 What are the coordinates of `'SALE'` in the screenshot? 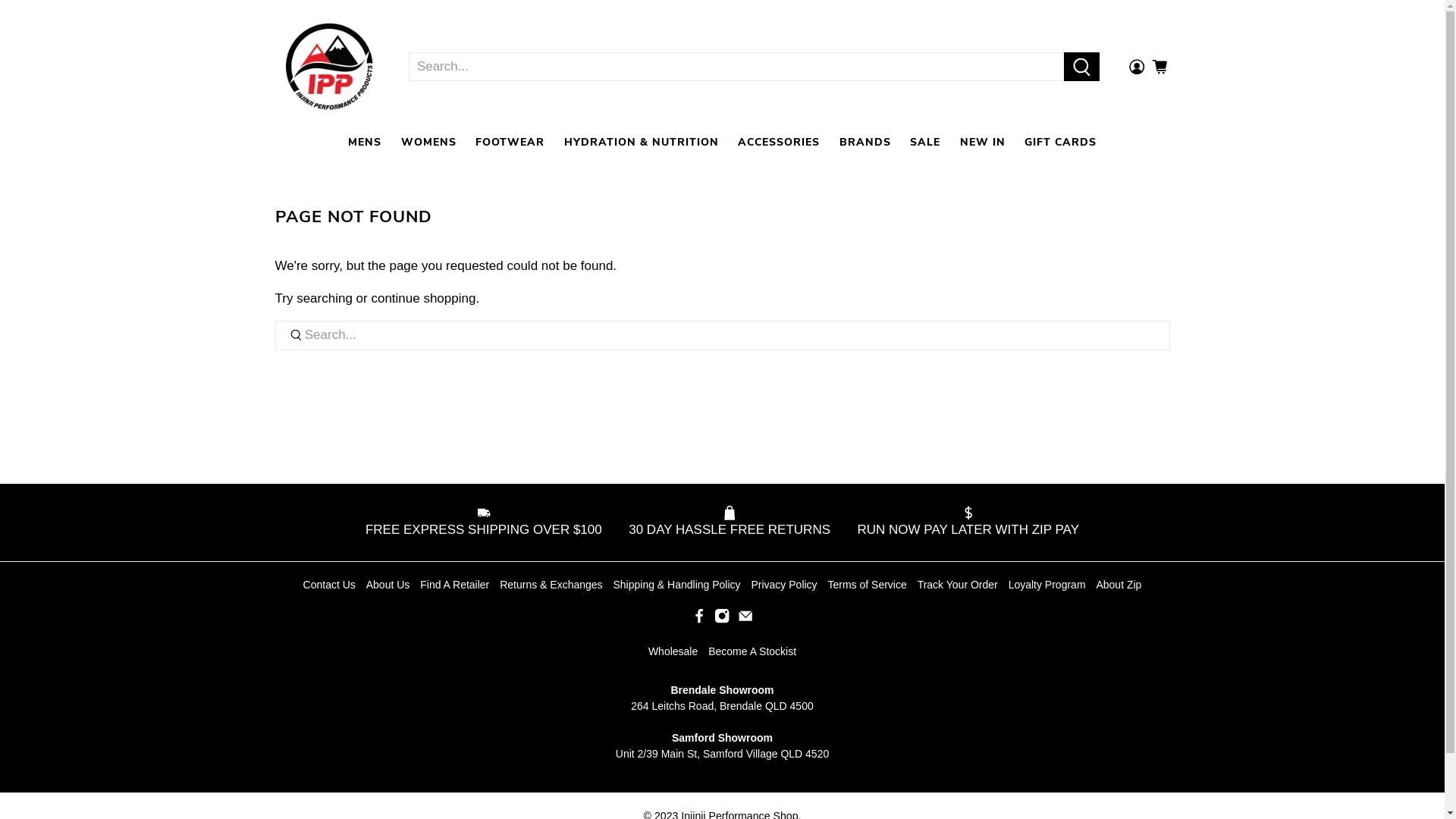 It's located at (924, 142).